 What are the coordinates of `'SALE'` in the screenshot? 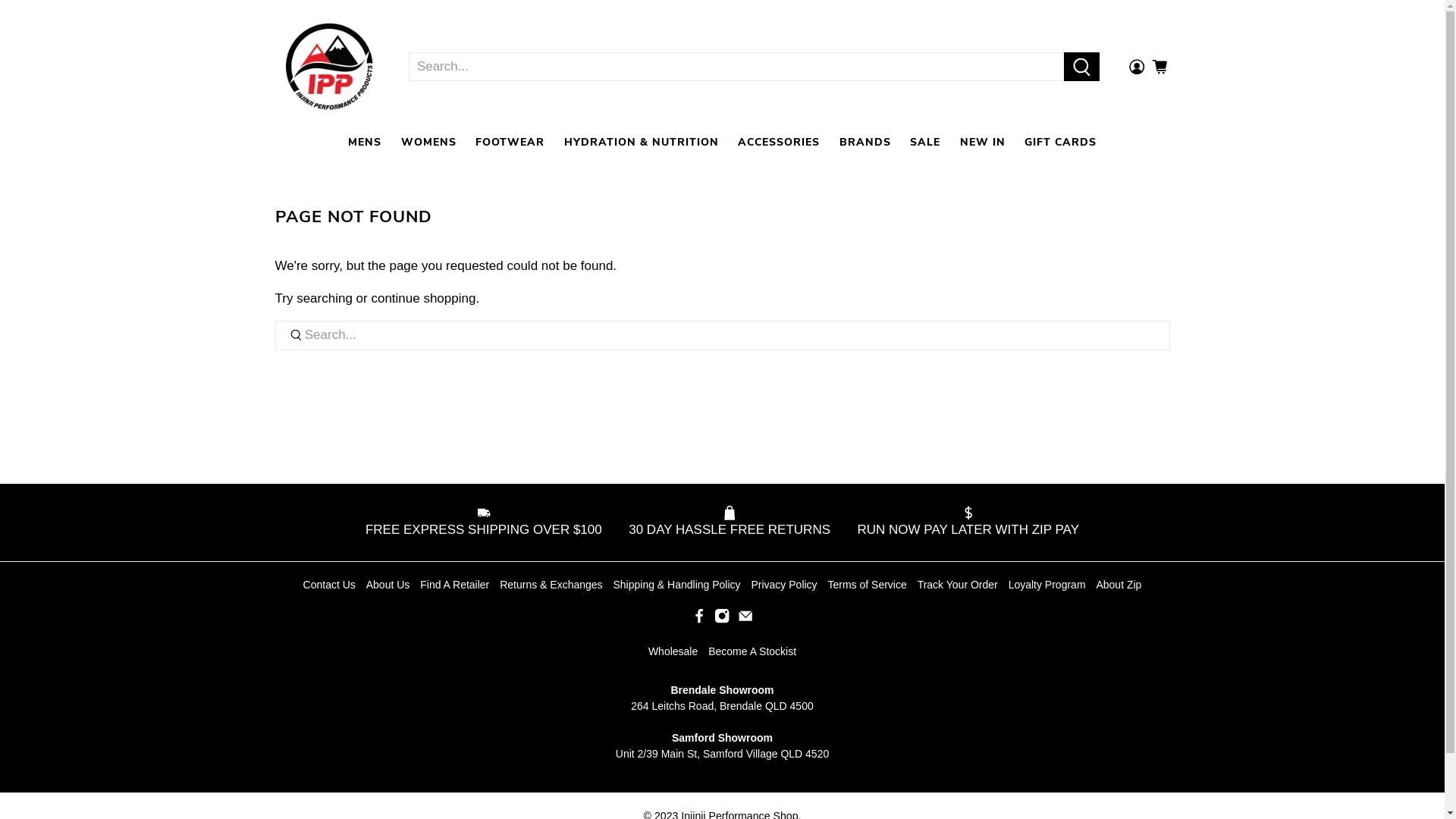 It's located at (924, 142).